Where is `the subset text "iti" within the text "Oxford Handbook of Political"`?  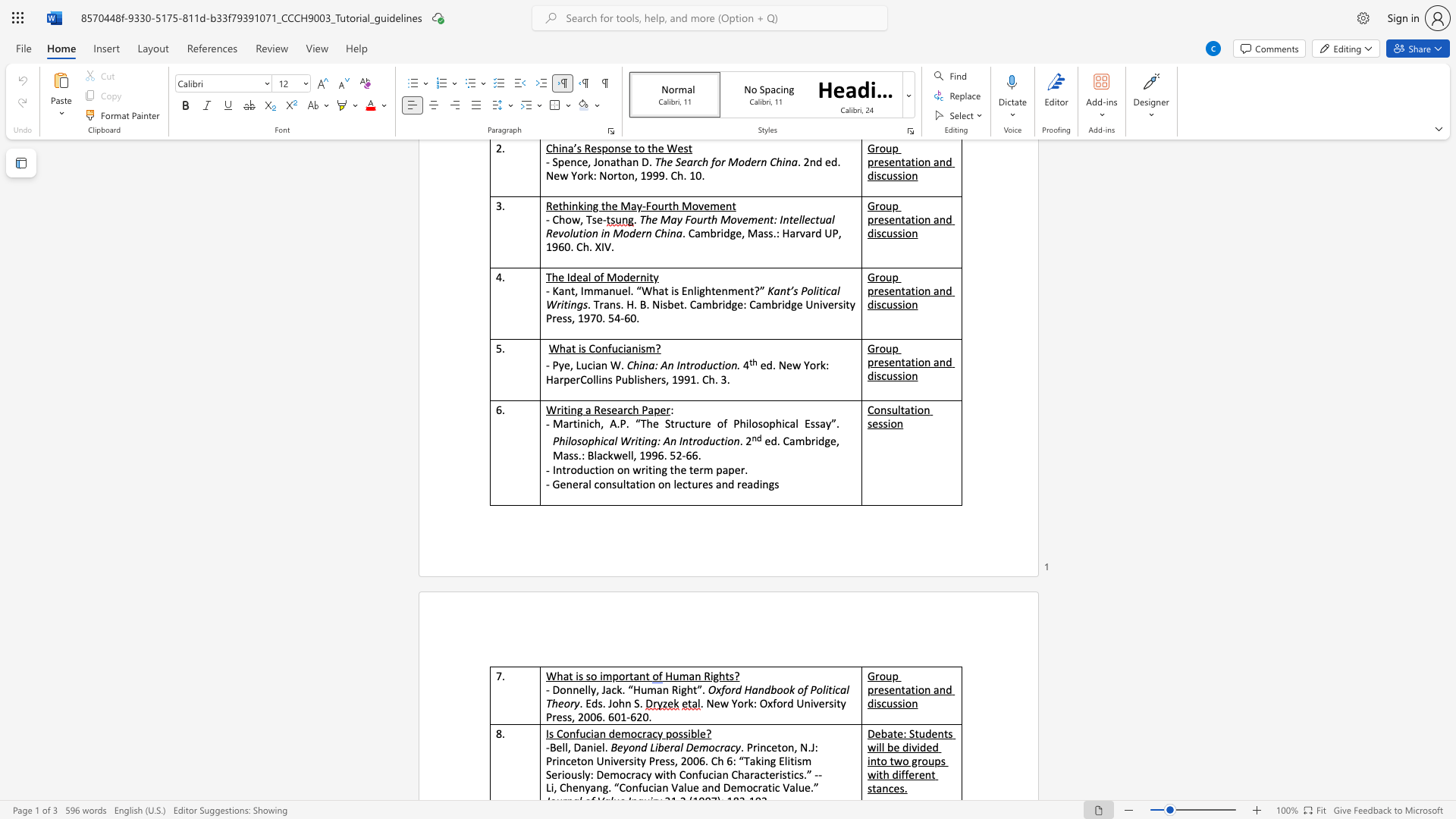 the subset text "iti" within the text "Oxford Handbook of Political" is located at coordinates (824, 689).